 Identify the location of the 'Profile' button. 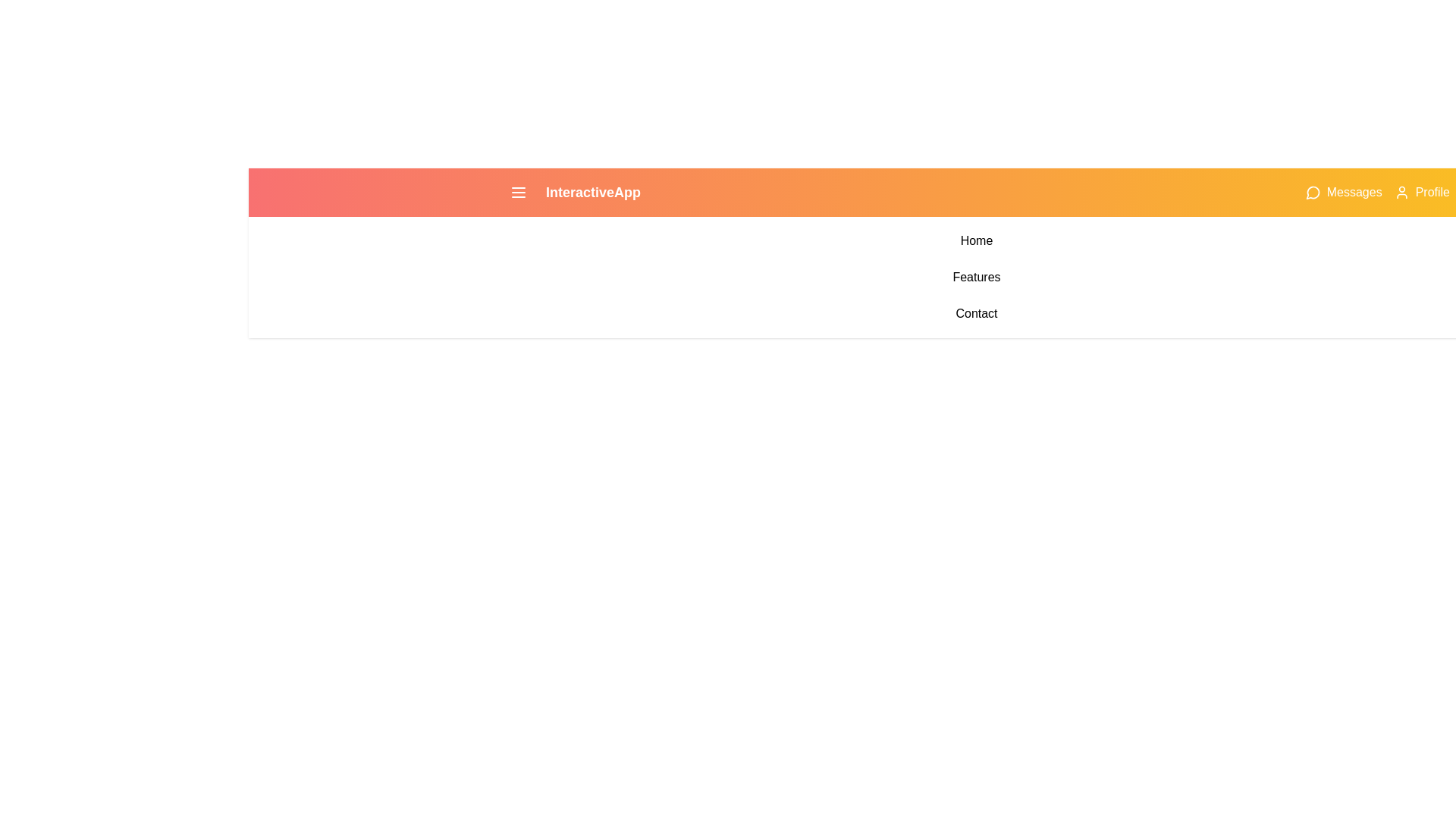
(1421, 192).